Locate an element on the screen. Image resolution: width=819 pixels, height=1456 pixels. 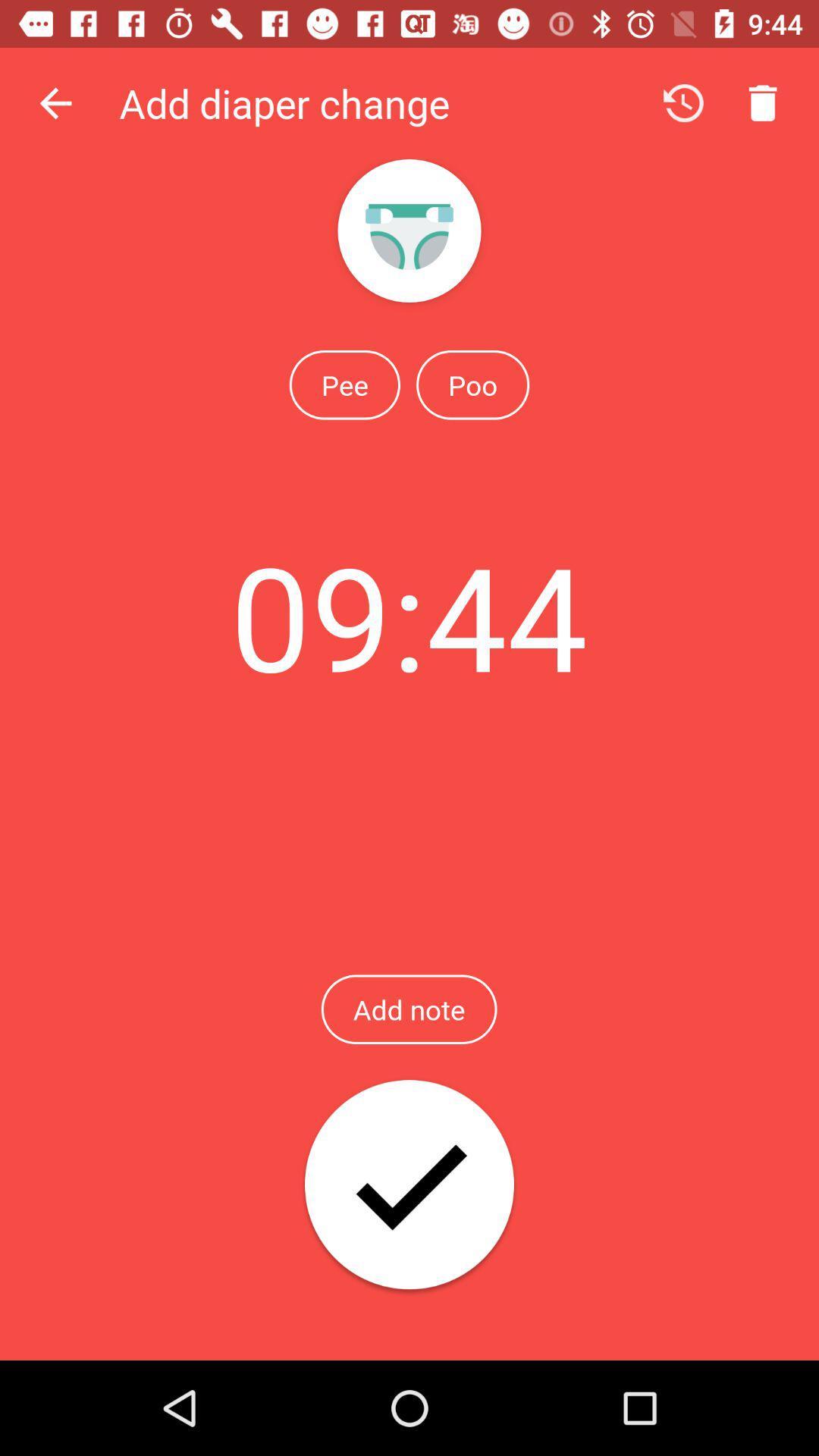
check to complete is located at coordinates (409, 1185).